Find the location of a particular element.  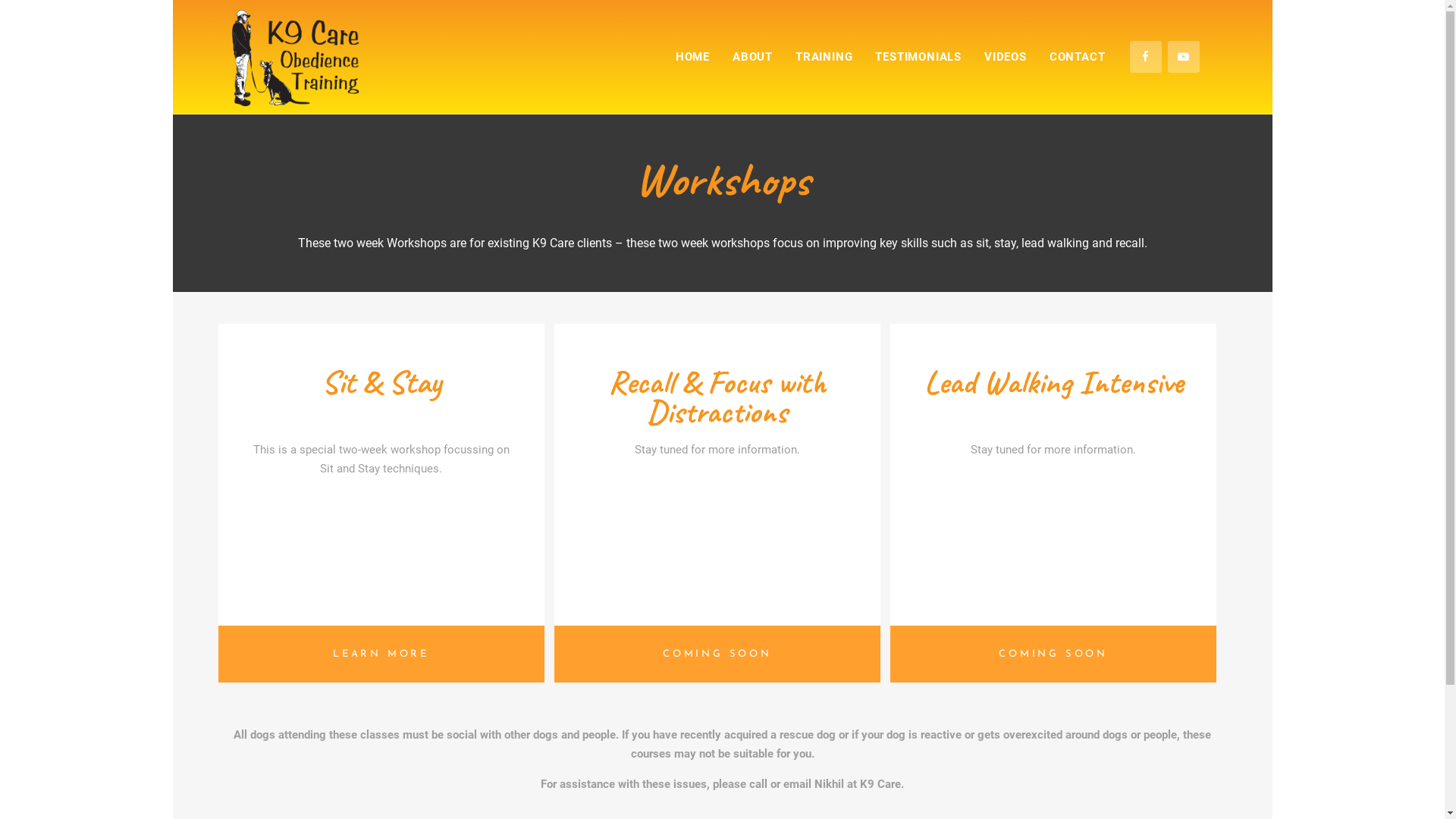

'CONTACT' is located at coordinates (1037, 55).